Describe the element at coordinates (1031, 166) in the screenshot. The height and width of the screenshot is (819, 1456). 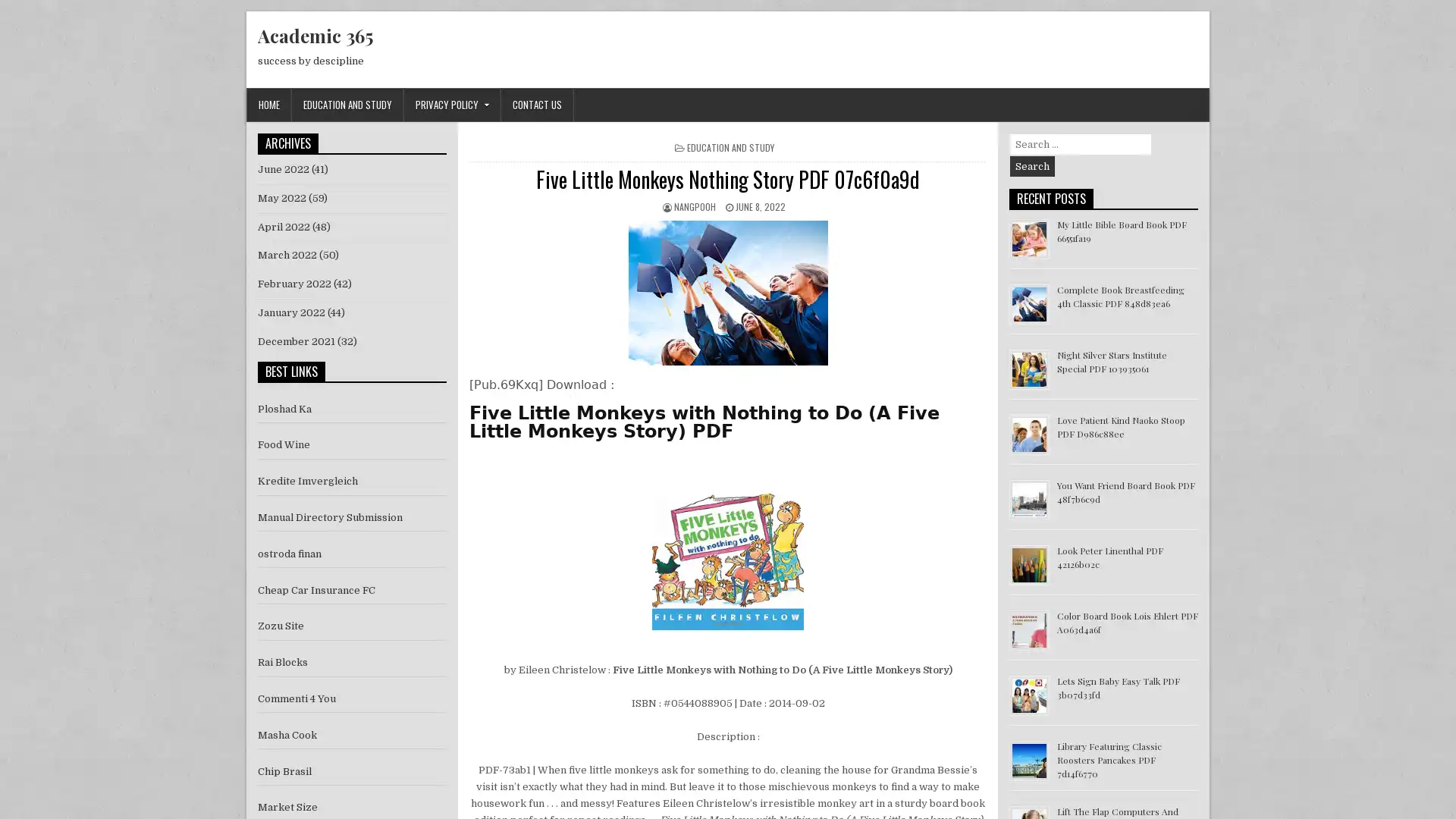
I see `Search` at that location.